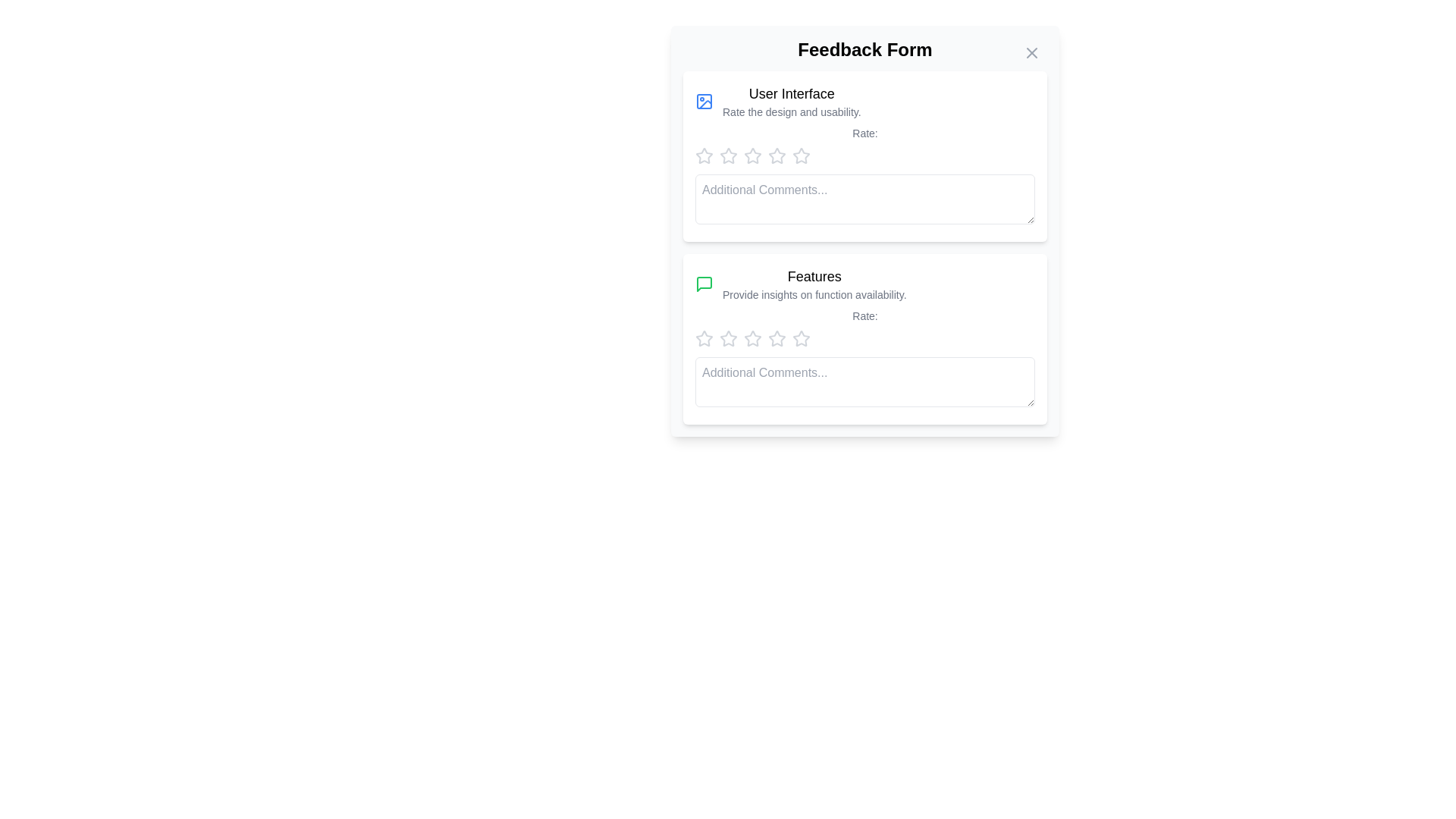  Describe the element at coordinates (728, 155) in the screenshot. I see `the second star from the left in the horizontal row of five stars in the User Interface subsection of the feedback form card` at that location.